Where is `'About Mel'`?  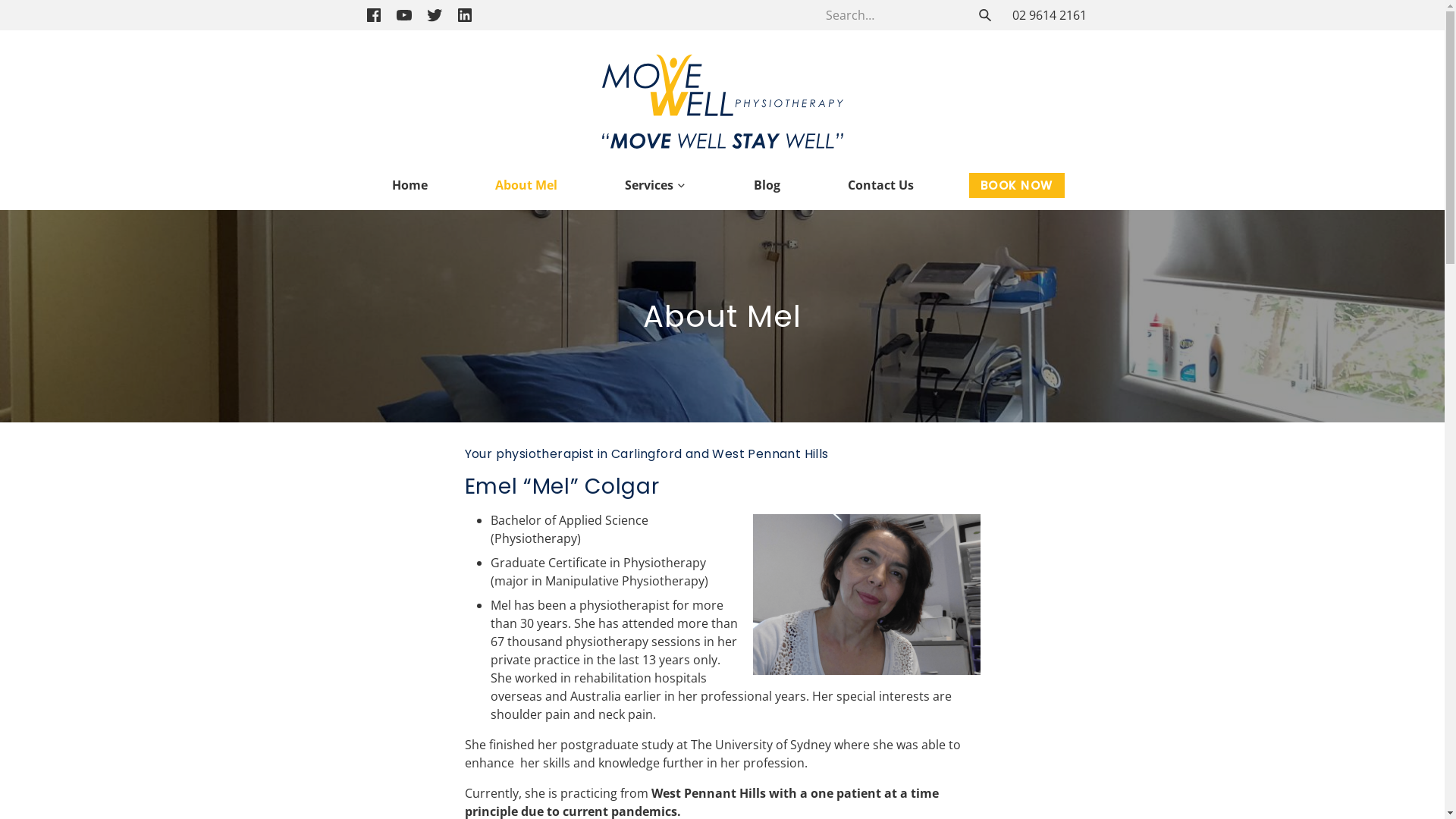 'About Mel' is located at coordinates (526, 184).